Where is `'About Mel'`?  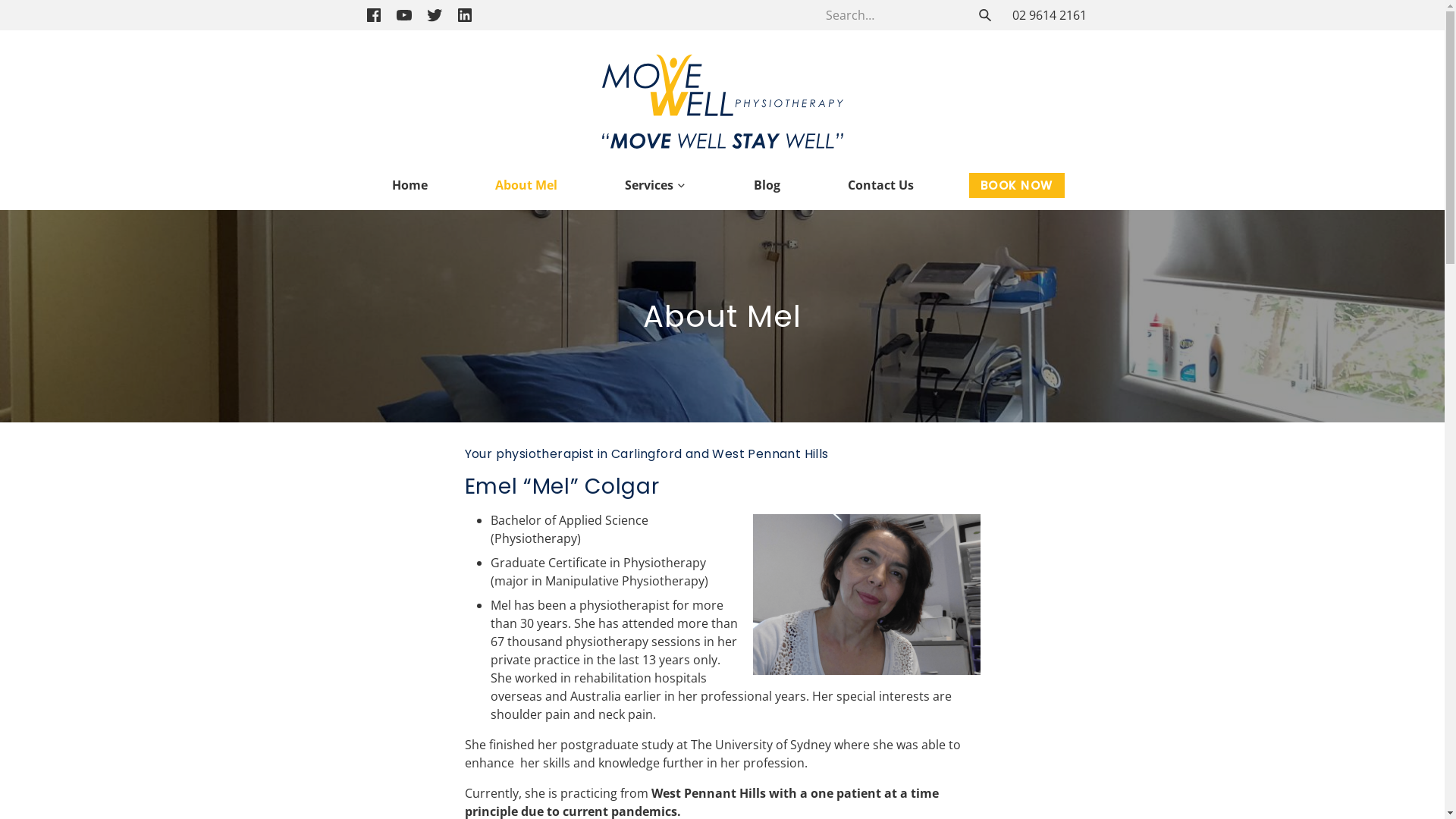 'About Mel' is located at coordinates (526, 184).